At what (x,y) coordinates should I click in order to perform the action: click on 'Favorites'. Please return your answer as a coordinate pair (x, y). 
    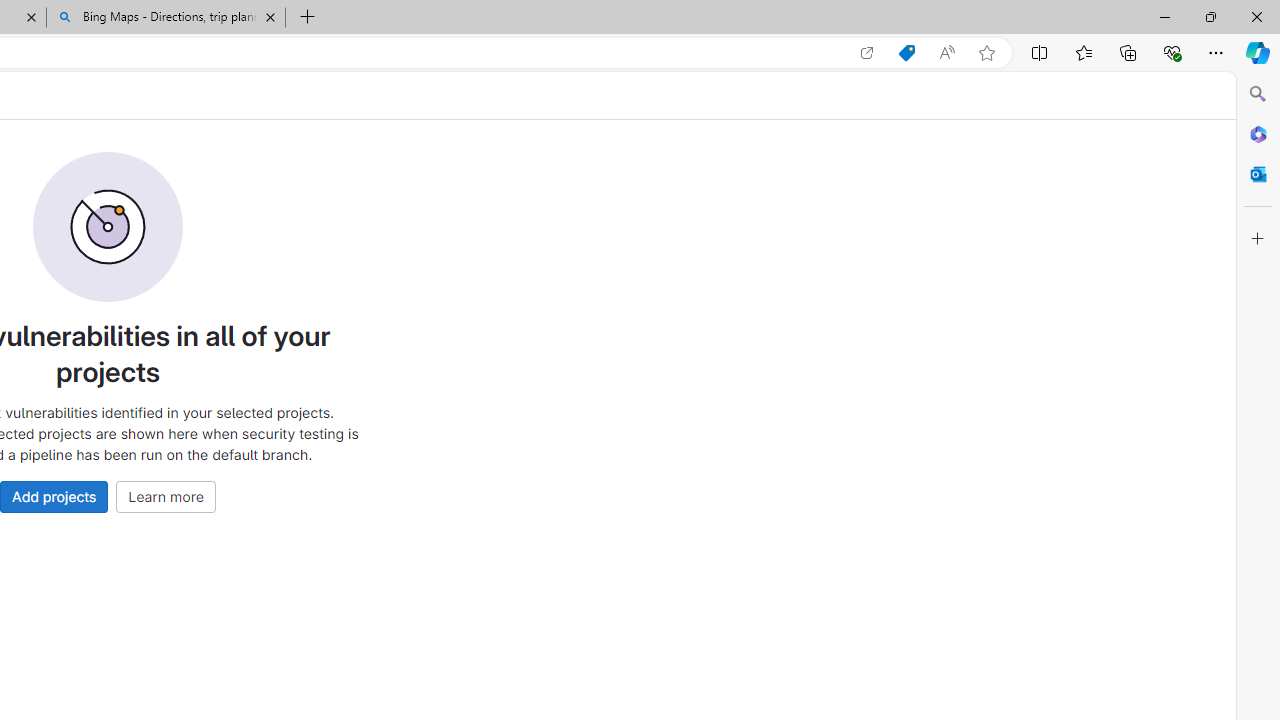
    Looking at the image, I should click on (1082, 51).